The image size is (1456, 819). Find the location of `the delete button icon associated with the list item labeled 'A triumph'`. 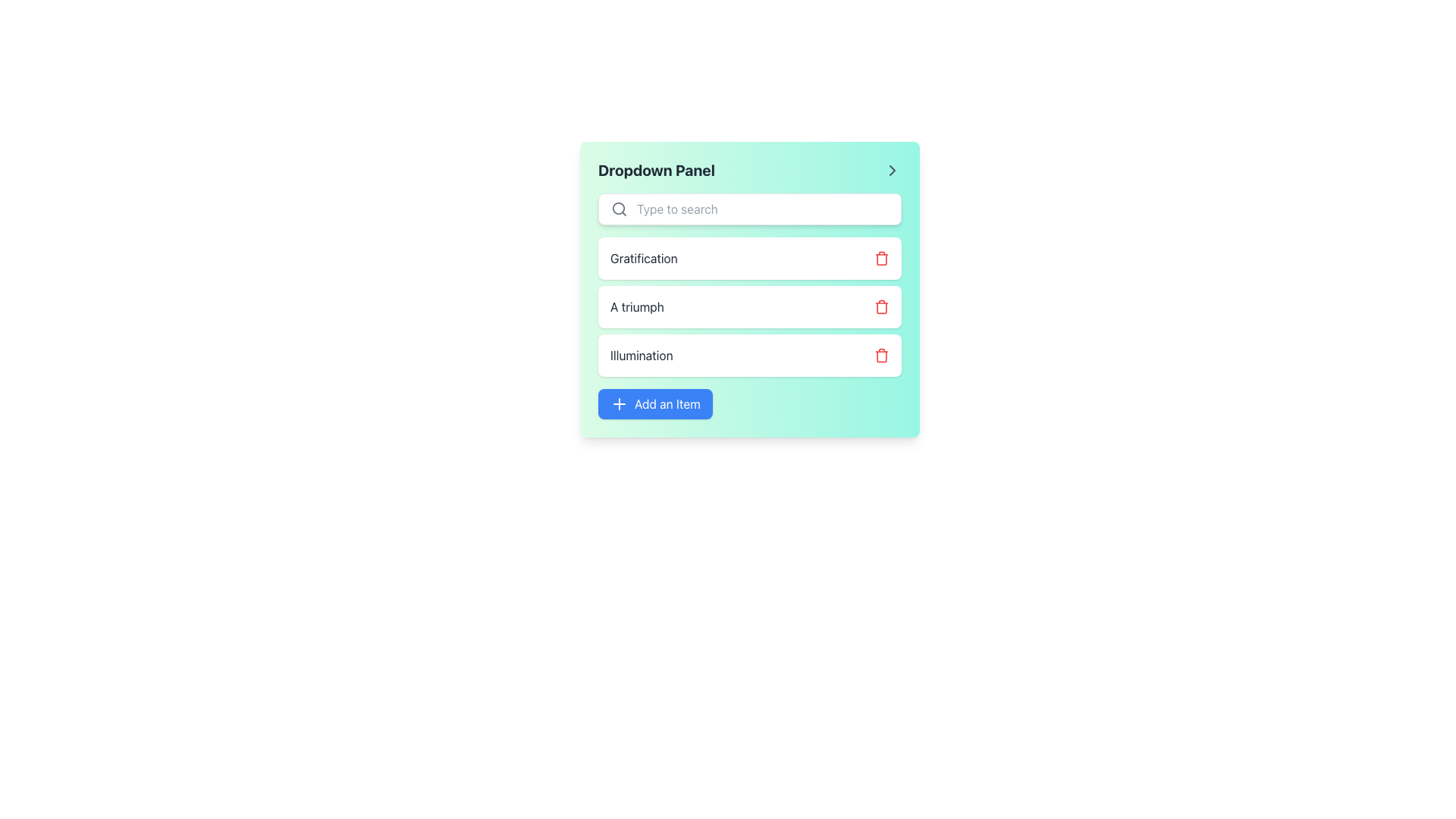

the delete button icon associated with the list item labeled 'A triumph' is located at coordinates (881, 307).